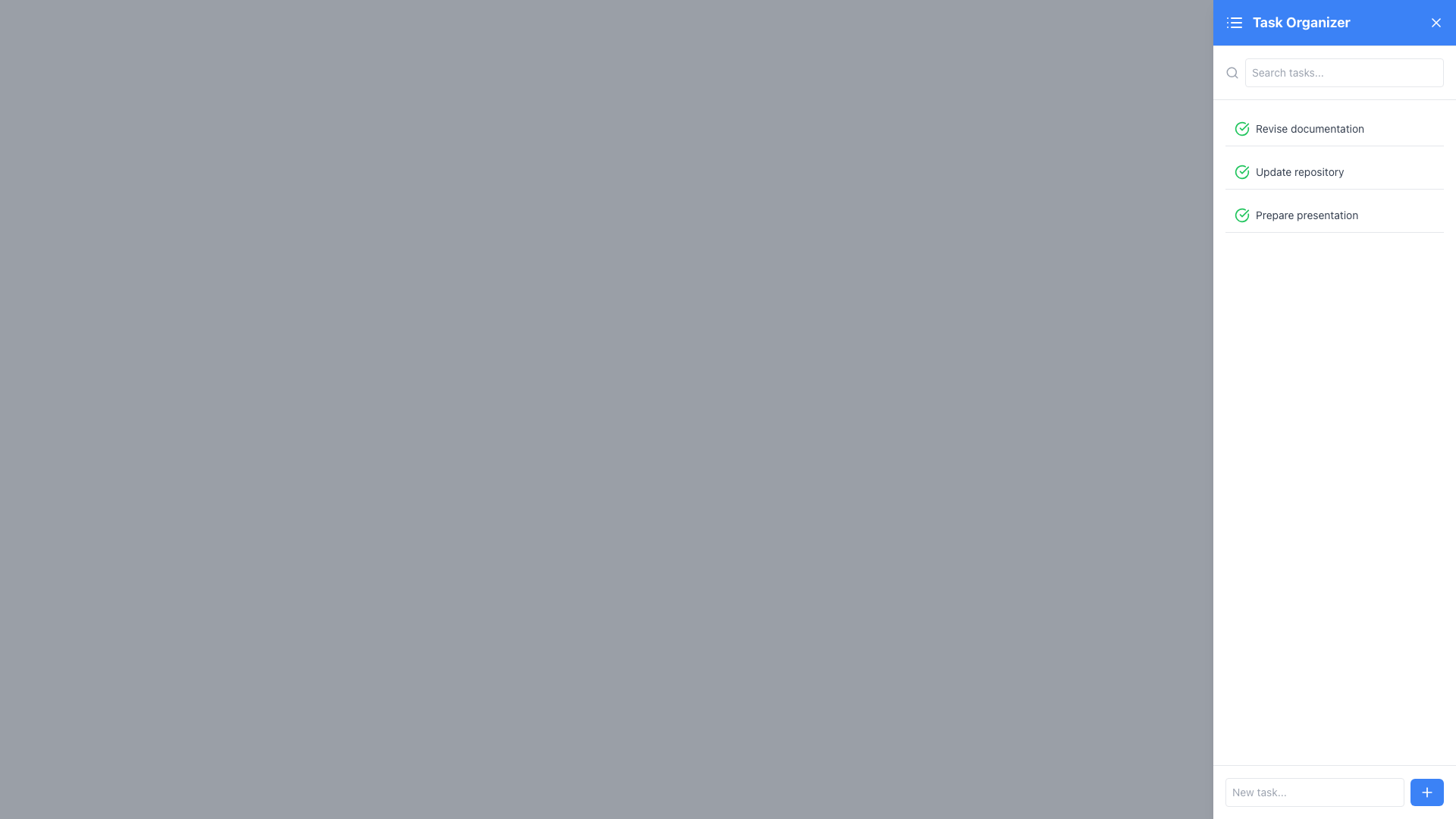  What do you see at coordinates (1426, 792) in the screenshot?
I see `the addition icon located within the blue rectangular button in the bottom-right corner of the interface to invoke its action for adding a new task` at bounding box center [1426, 792].